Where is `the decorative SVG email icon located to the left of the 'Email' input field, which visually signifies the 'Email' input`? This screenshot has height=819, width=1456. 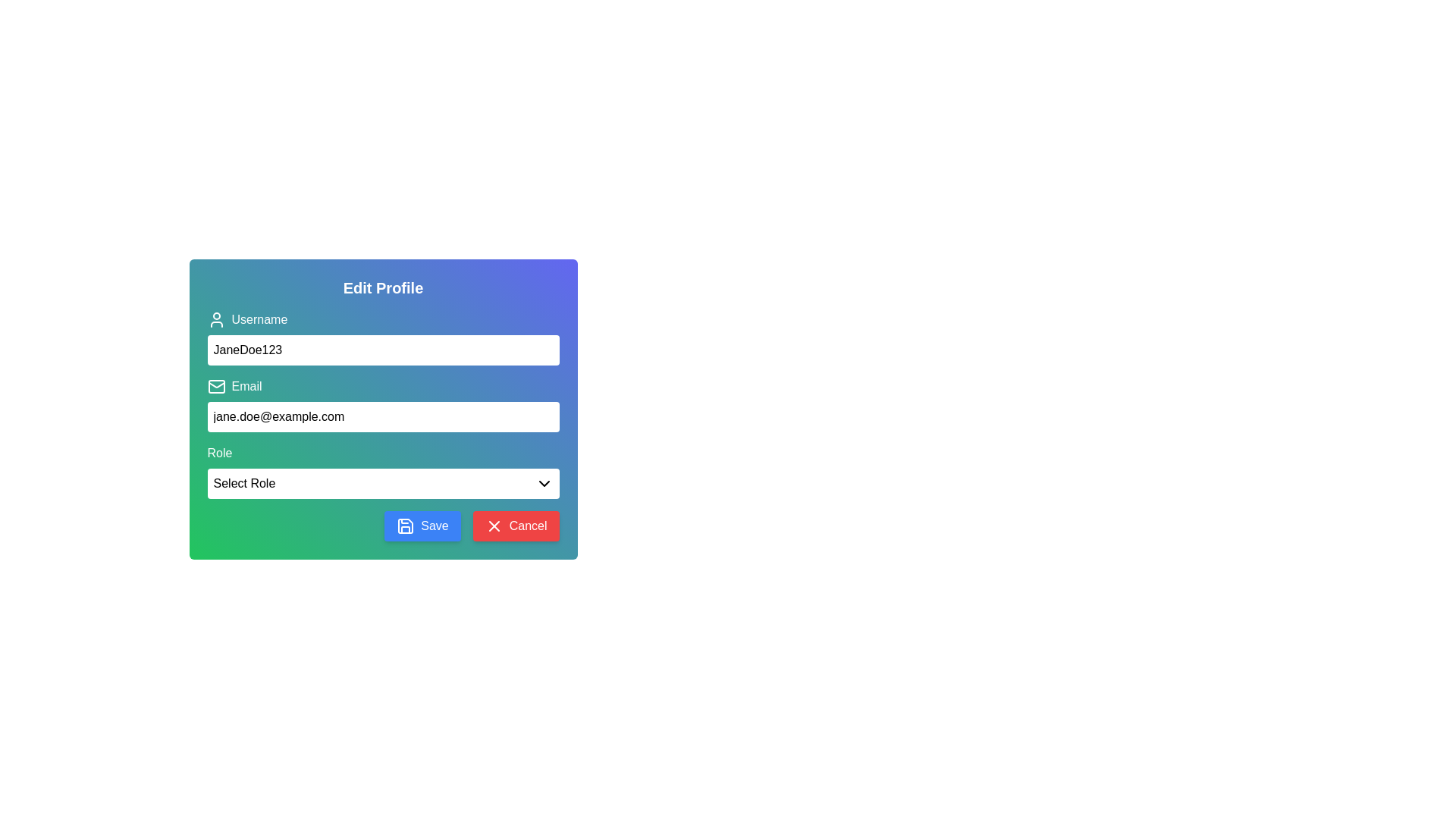
the decorative SVG email icon located to the left of the 'Email' input field, which visually signifies the 'Email' input is located at coordinates (215, 385).